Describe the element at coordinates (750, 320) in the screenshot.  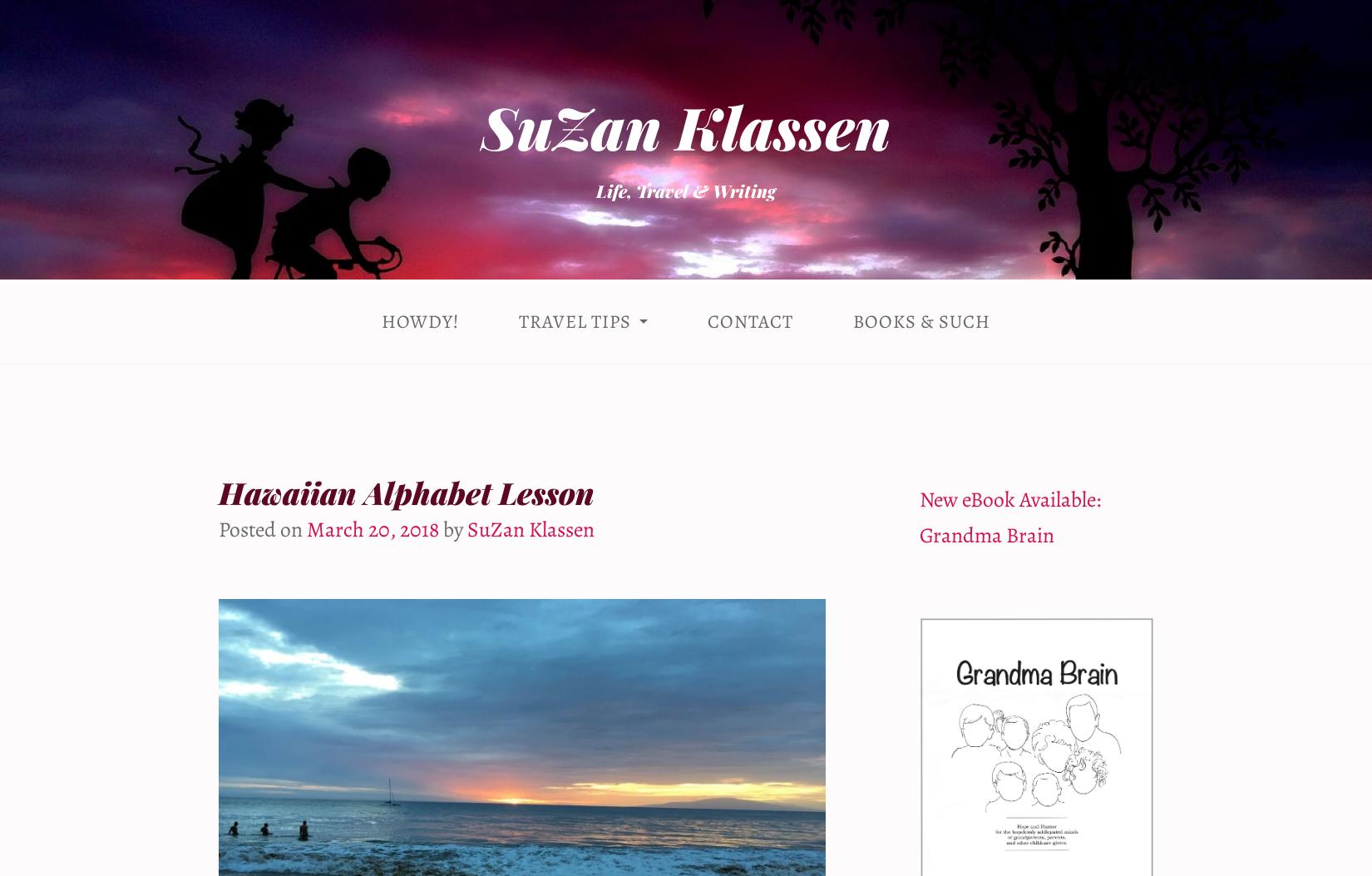
I see `'Contact'` at that location.